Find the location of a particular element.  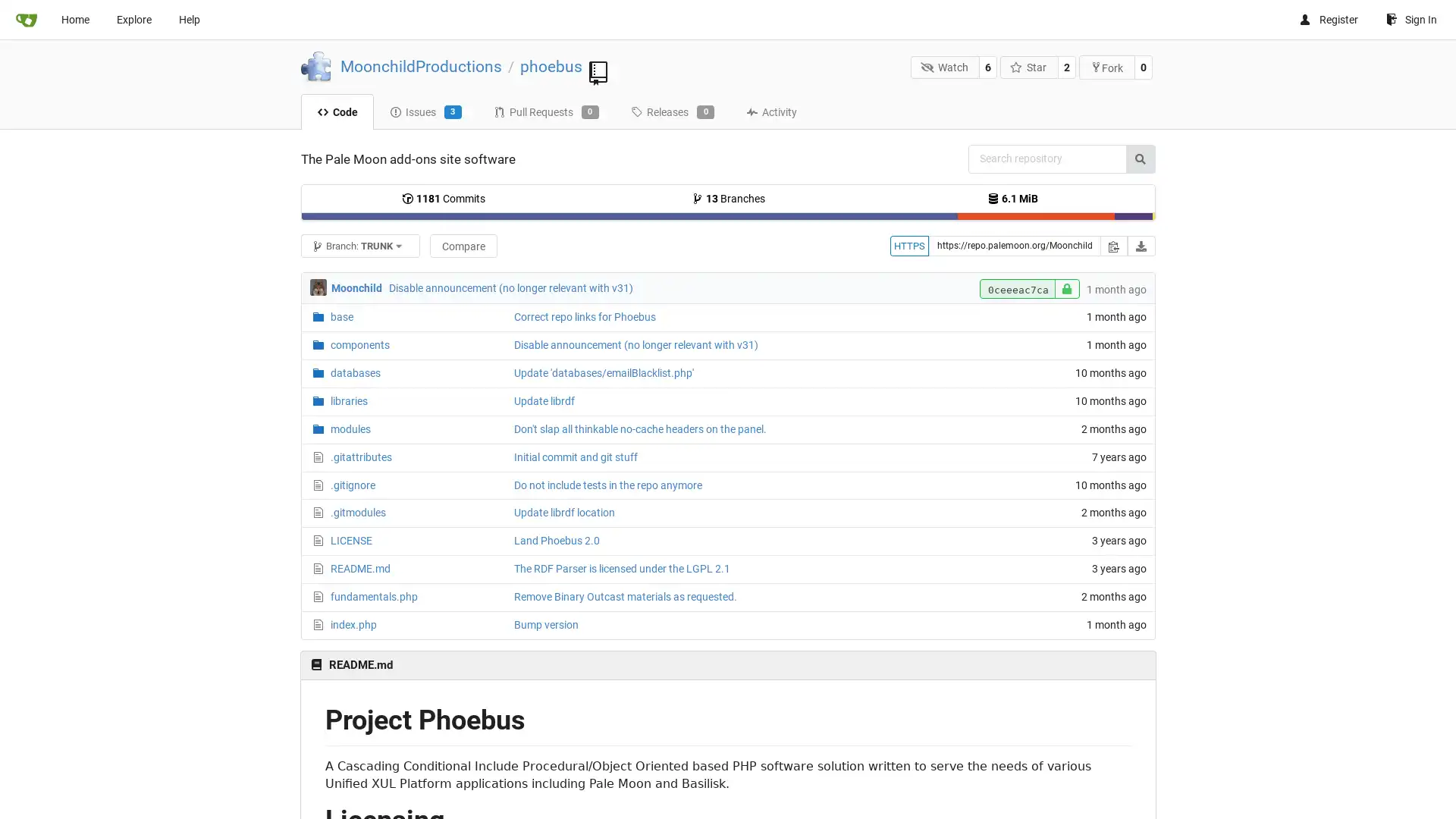

Star is located at coordinates (1029, 66).